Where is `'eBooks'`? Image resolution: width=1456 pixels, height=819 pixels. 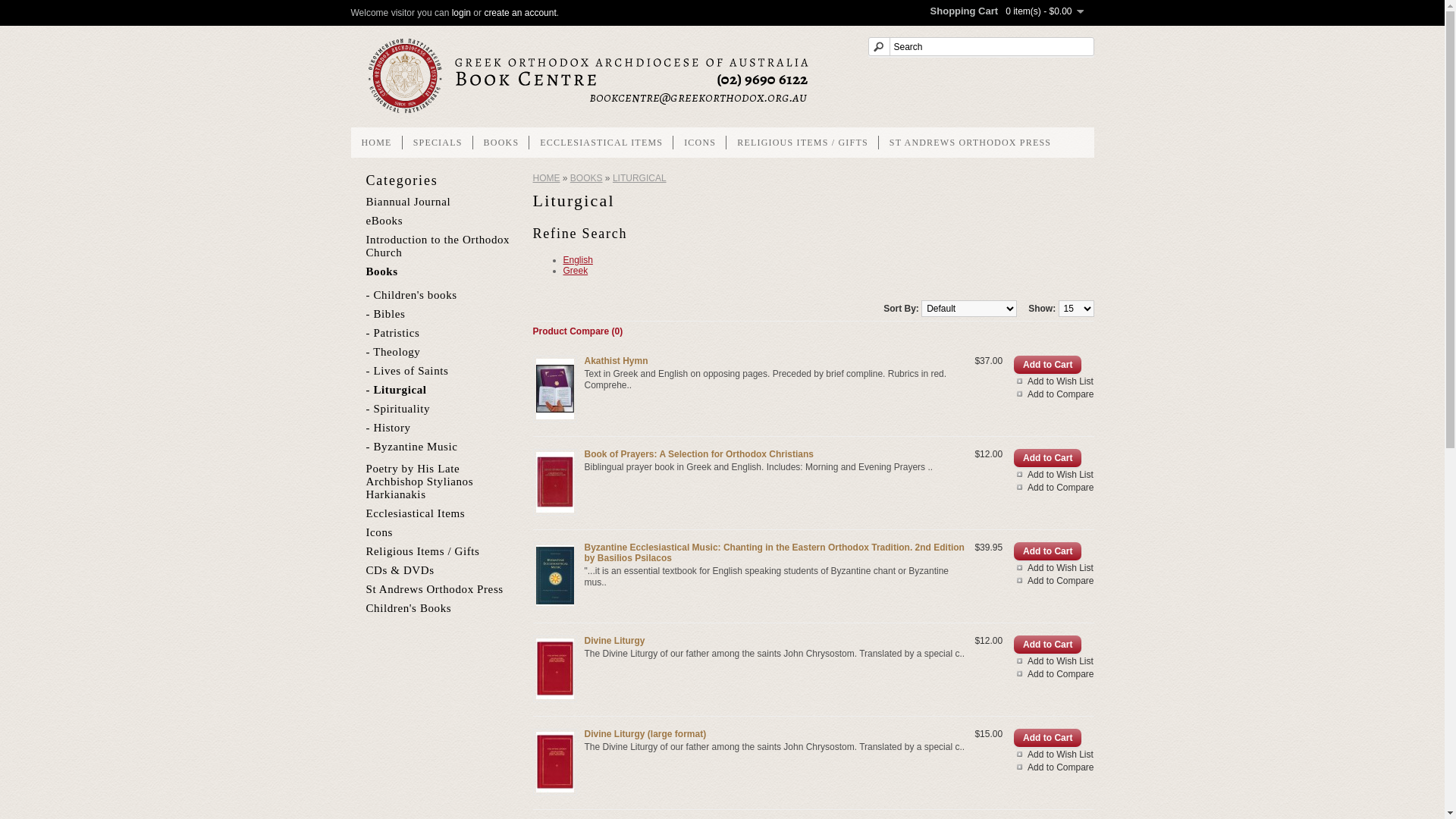 'eBooks' is located at coordinates (384, 220).